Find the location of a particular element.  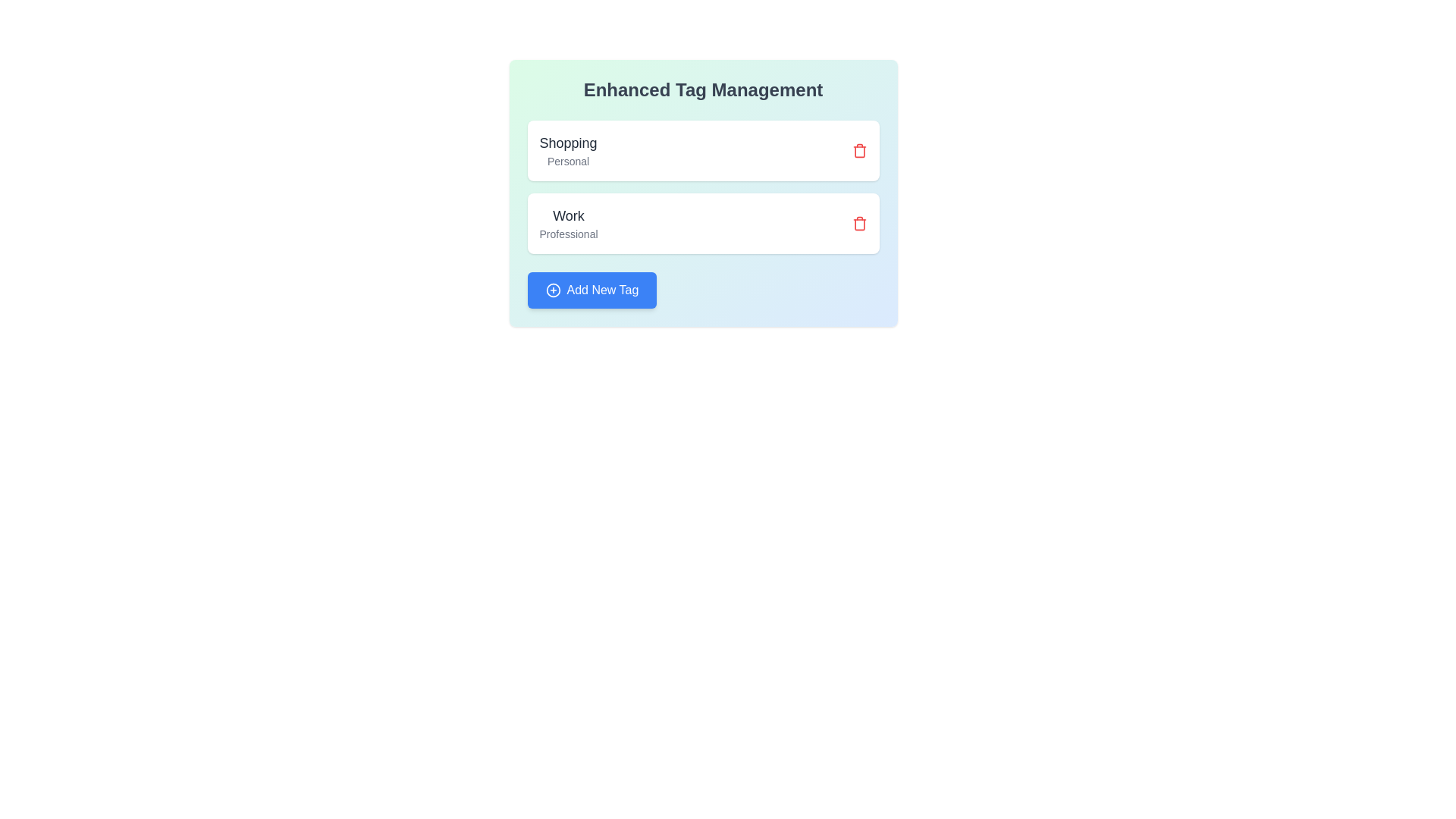

the text label that displays 'Work' in bold and 'Professional' in a smaller font, located between 'Shopping Personal' and 'Add New Tag' is located at coordinates (567, 223).